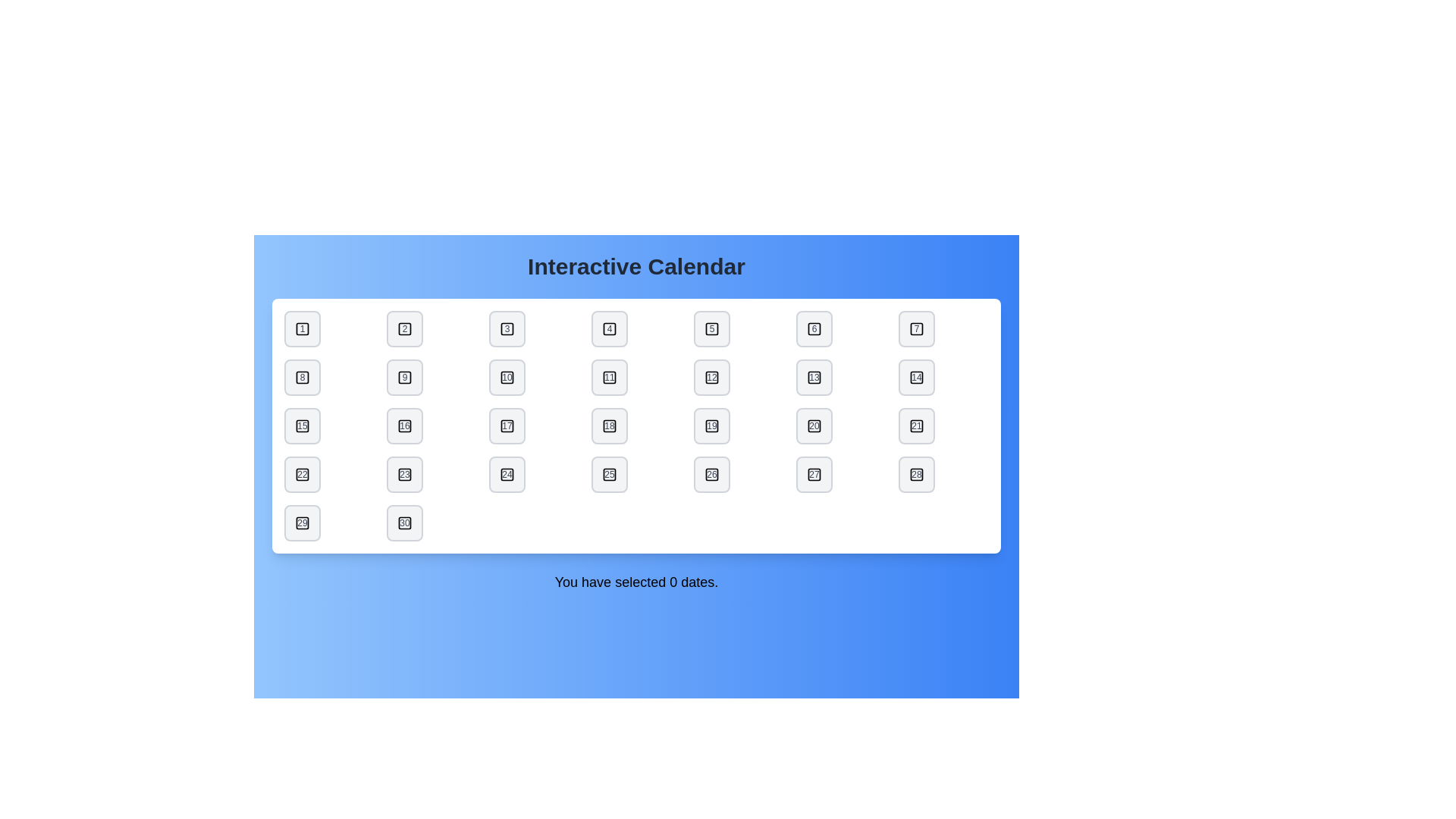 The image size is (1456, 819). What do you see at coordinates (404, 473) in the screenshot?
I see `the date button labeled 23 to toggle its selection state` at bounding box center [404, 473].